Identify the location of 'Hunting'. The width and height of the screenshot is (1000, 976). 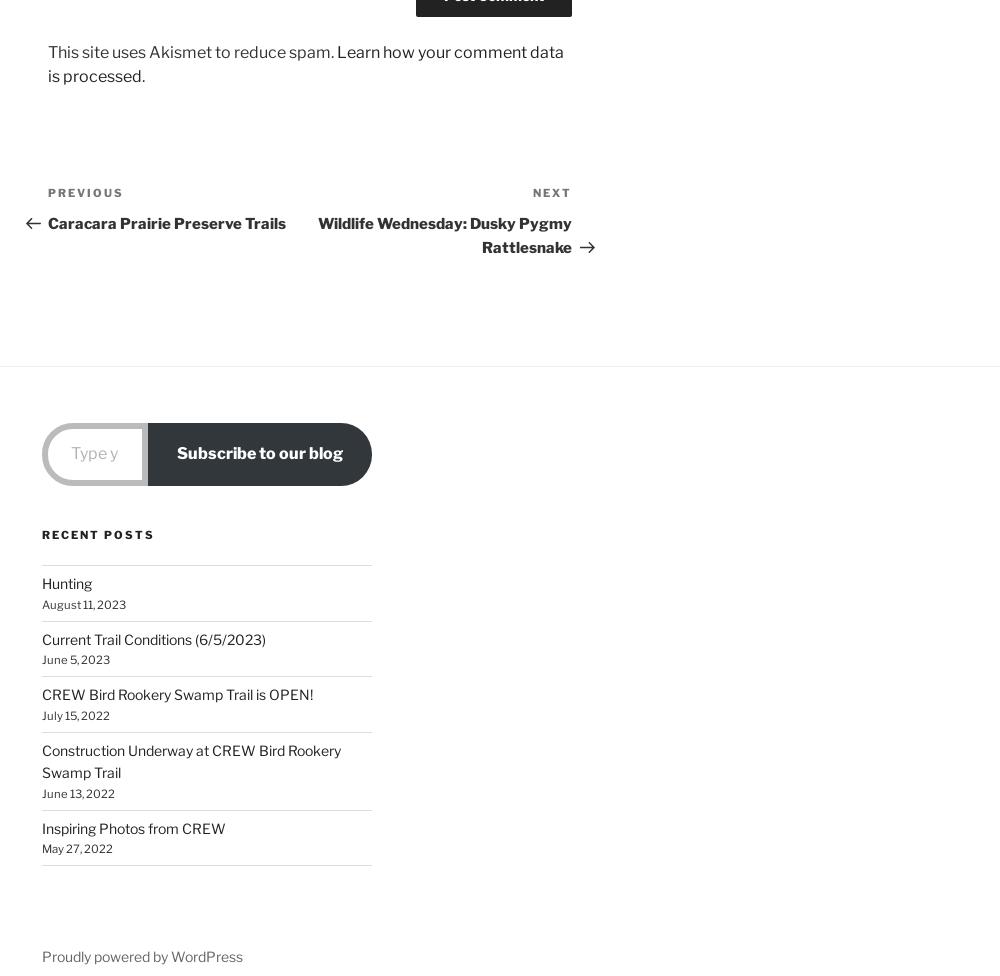
(66, 583).